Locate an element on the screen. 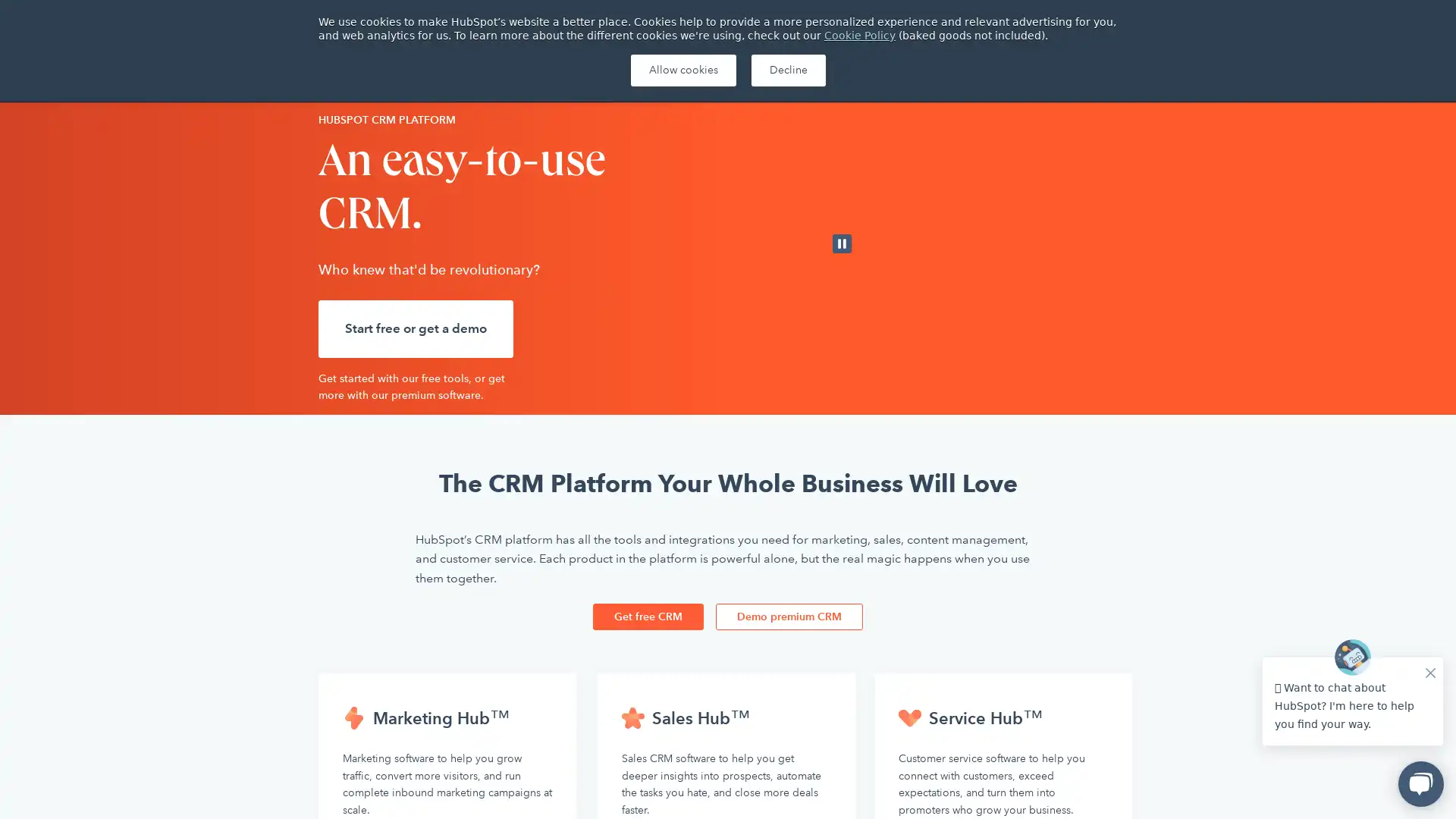 This screenshot has height=819, width=1456. Software is located at coordinates (490, 71).